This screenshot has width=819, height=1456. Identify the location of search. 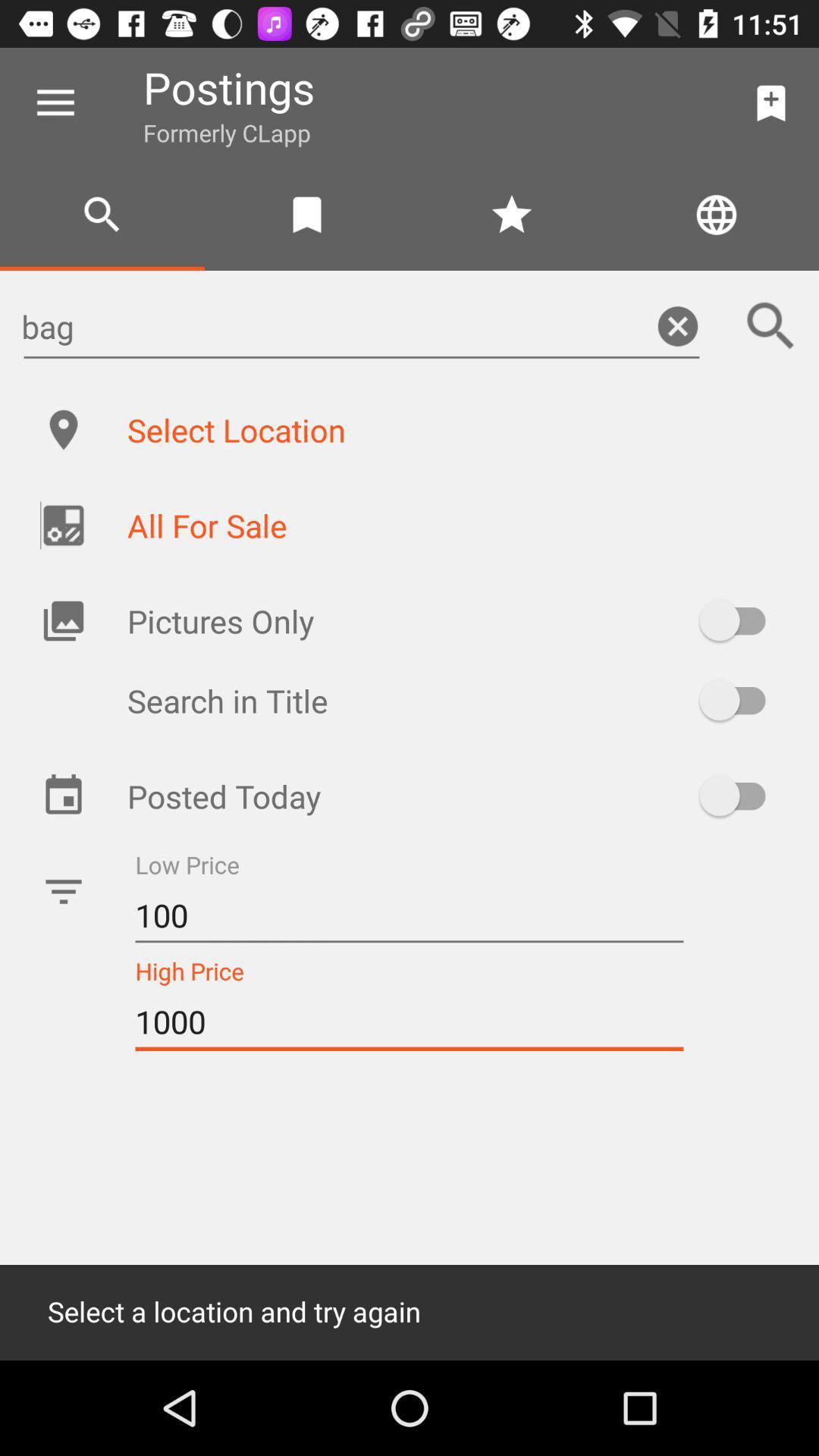
(771, 325).